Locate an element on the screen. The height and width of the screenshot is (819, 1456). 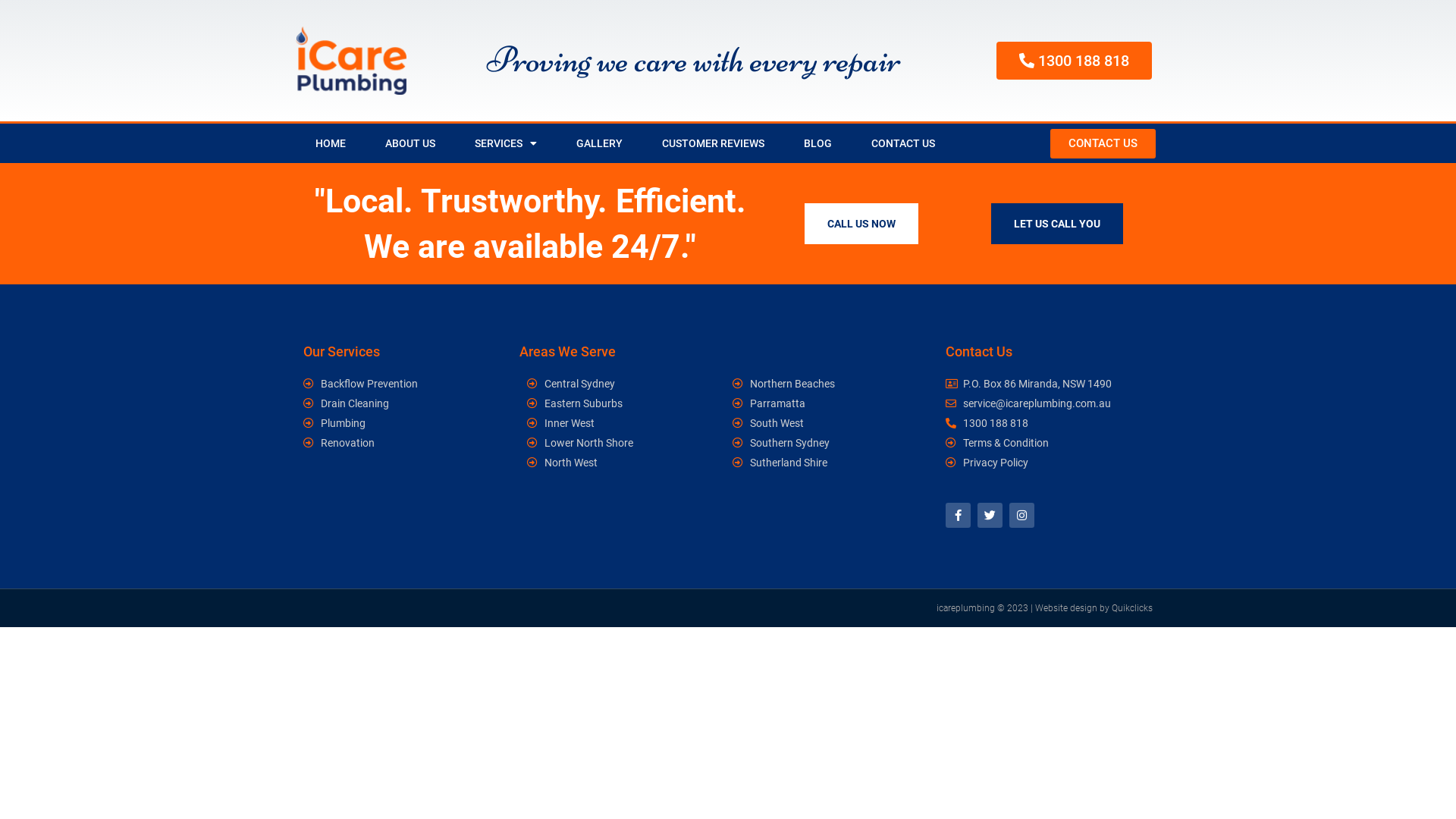
'South West' is located at coordinates (827, 423).